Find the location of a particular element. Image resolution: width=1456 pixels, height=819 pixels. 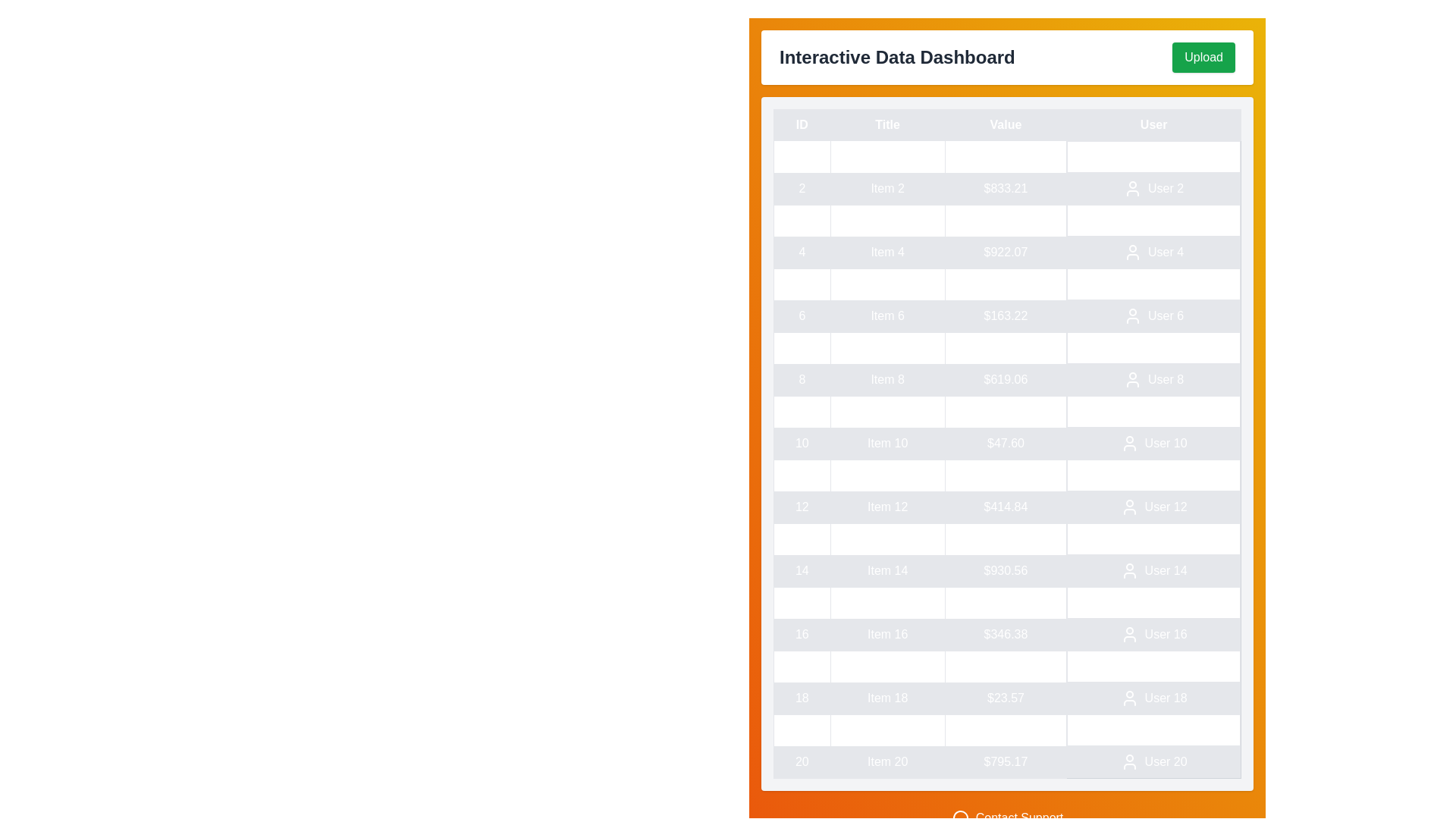

the 'Contact Support' link is located at coordinates (1007, 817).